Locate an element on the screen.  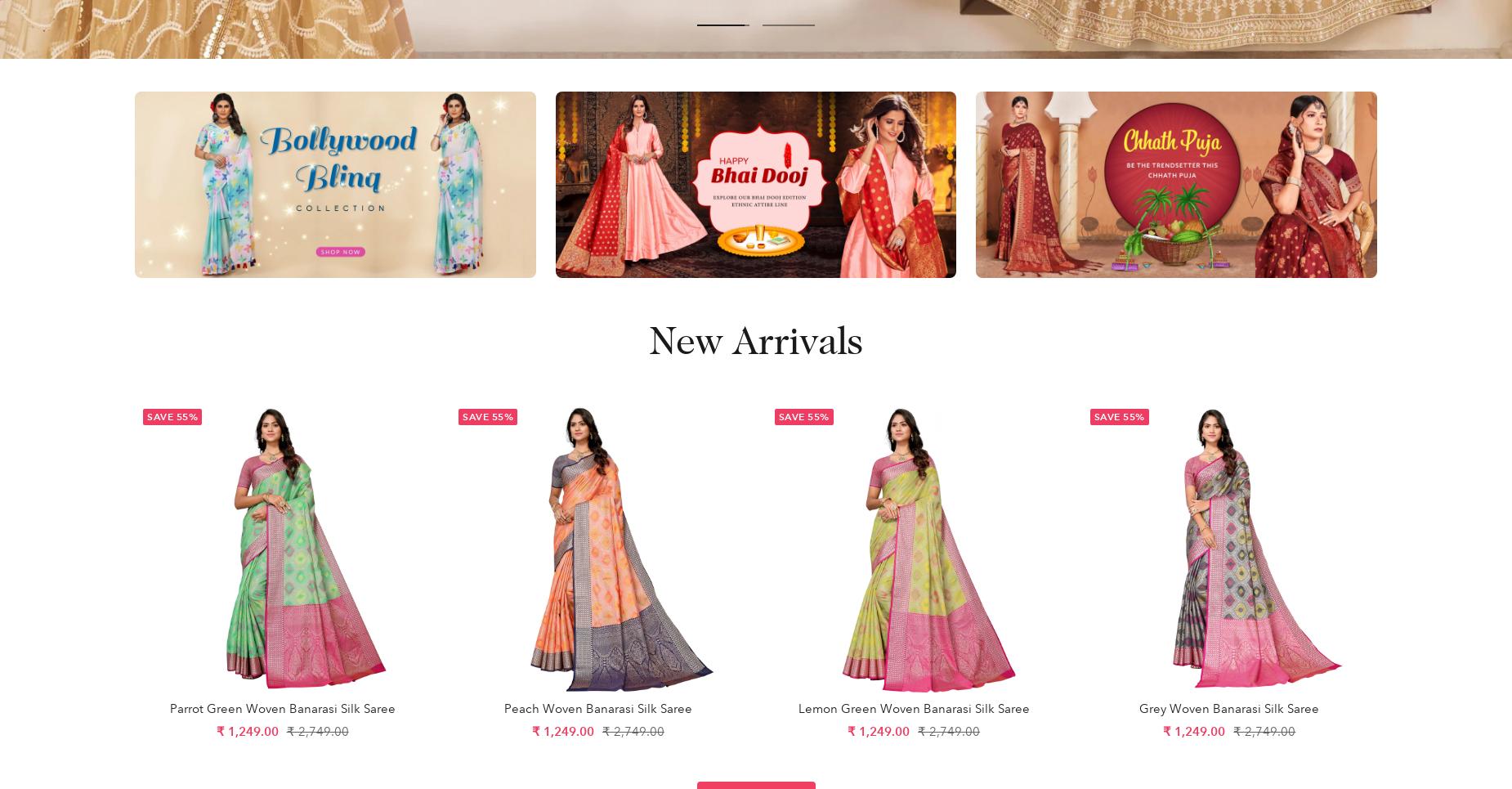
'Switzerland (INR ₹)' is located at coordinates (1189, 159).